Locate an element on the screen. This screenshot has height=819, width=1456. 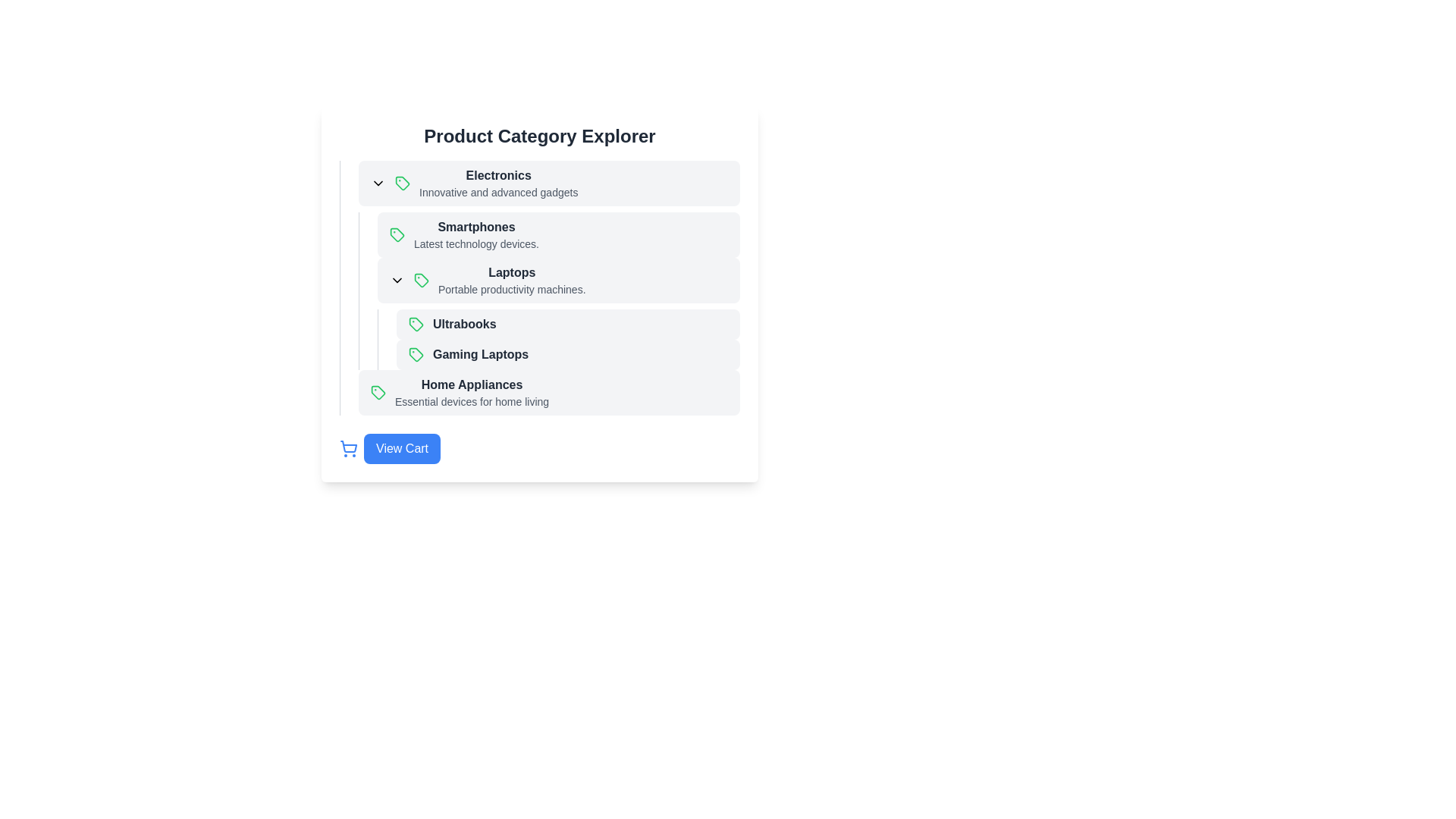
the Text Label that summarizes the 'Smartphones' product category, located beneath the 'Smartphones' heading in the 'Electronics' section is located at coordinates (475, 243).